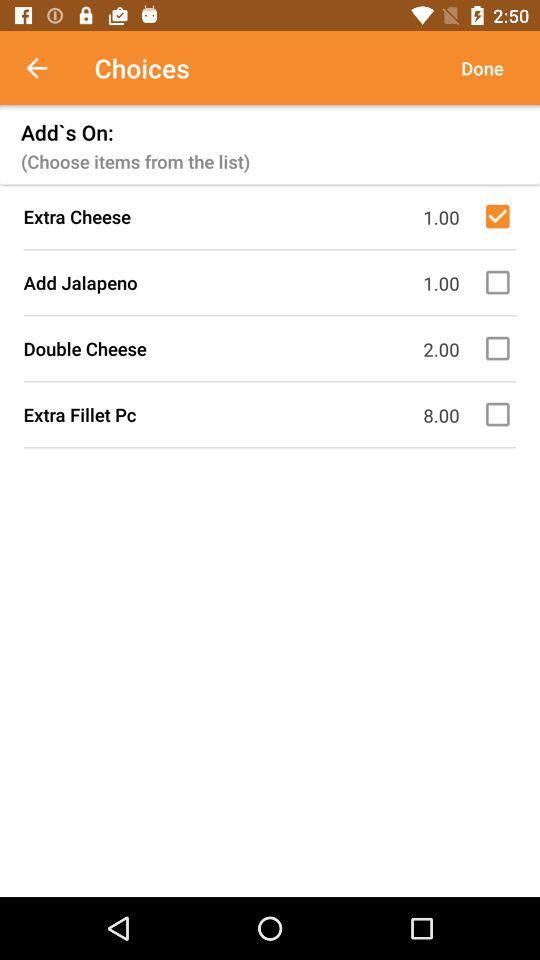  I want to click on item above add`s on: item, so click(47, 68).